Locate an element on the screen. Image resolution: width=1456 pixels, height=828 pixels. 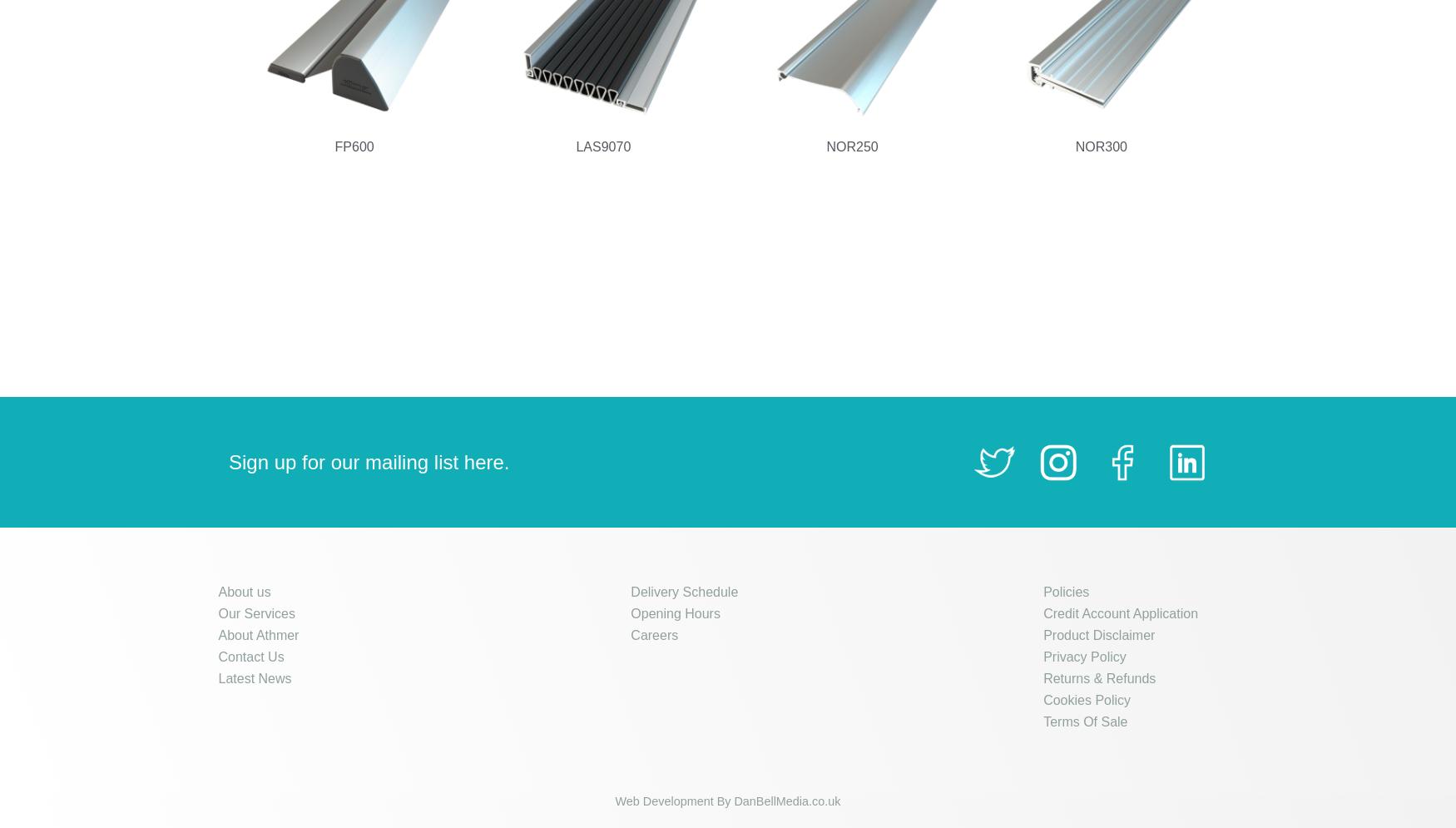
'NOR300' is located at coordinates (1101, 146).